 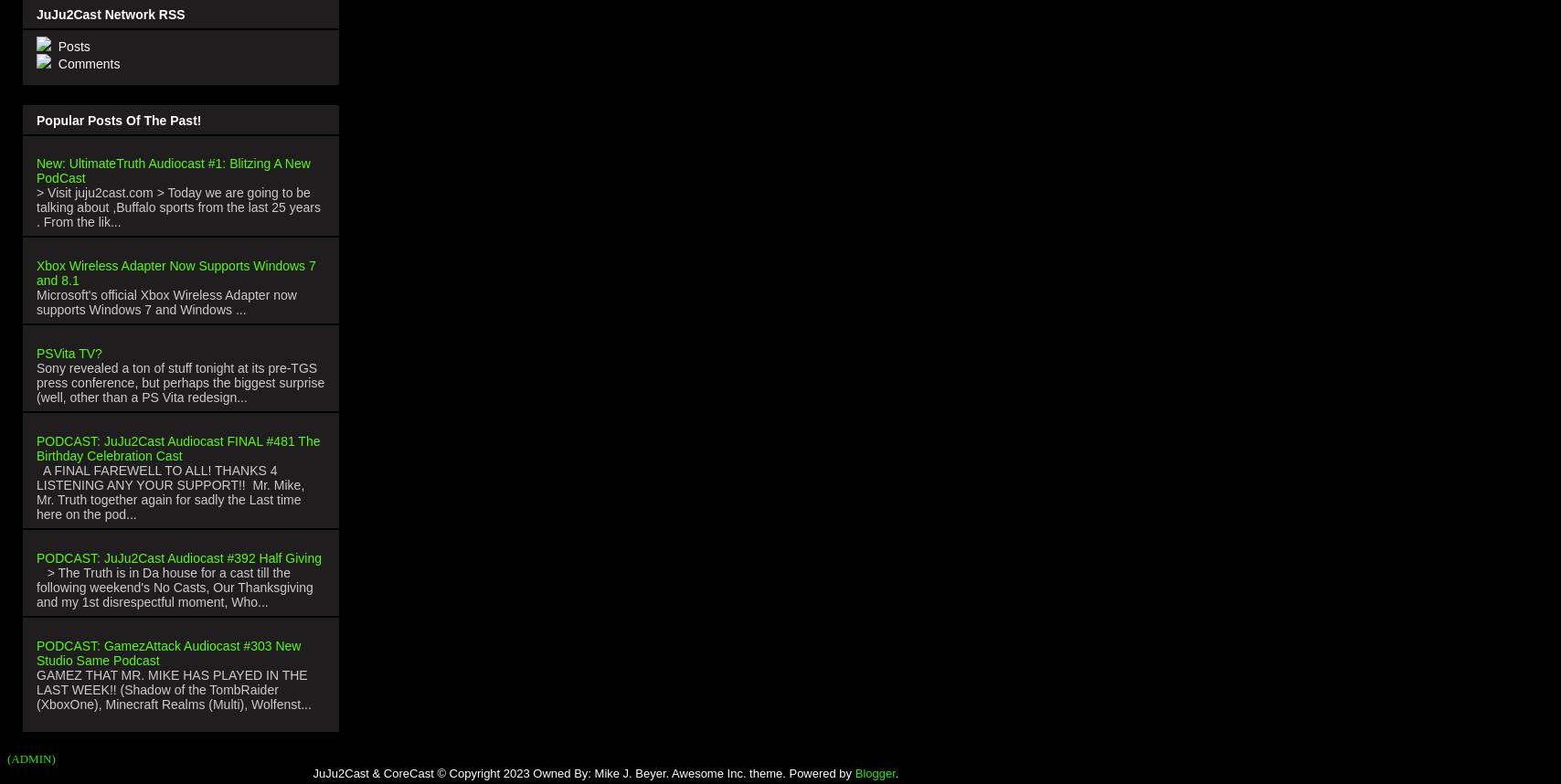 I want to click on 'A FINAL FAREWELL TO ALL! THANKS 4 LISTENING ANY YOUR SUPPORT!!  Mr. Mike, Mr. Truth together again for sadly the Last time here on the pod...', so click(x=36, y=491).